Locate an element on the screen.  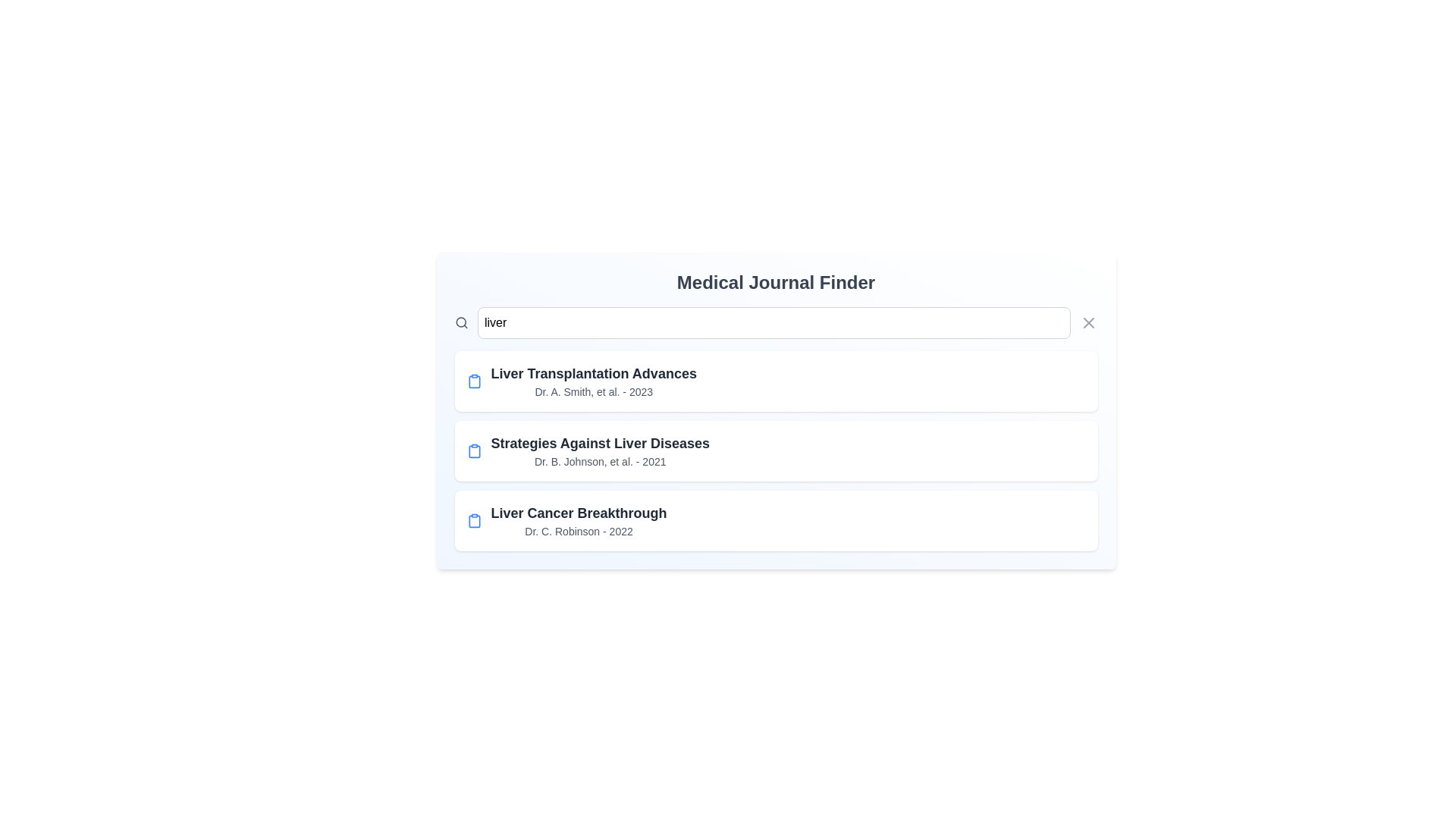
descriptive title text label that serves as a summary for the journal entry, located in the second item of a vertically arranged list within a card-style layout, positioned above the text 'Dr. B. Johnson, et al. - 2021' is located at coordinates (599, 444).